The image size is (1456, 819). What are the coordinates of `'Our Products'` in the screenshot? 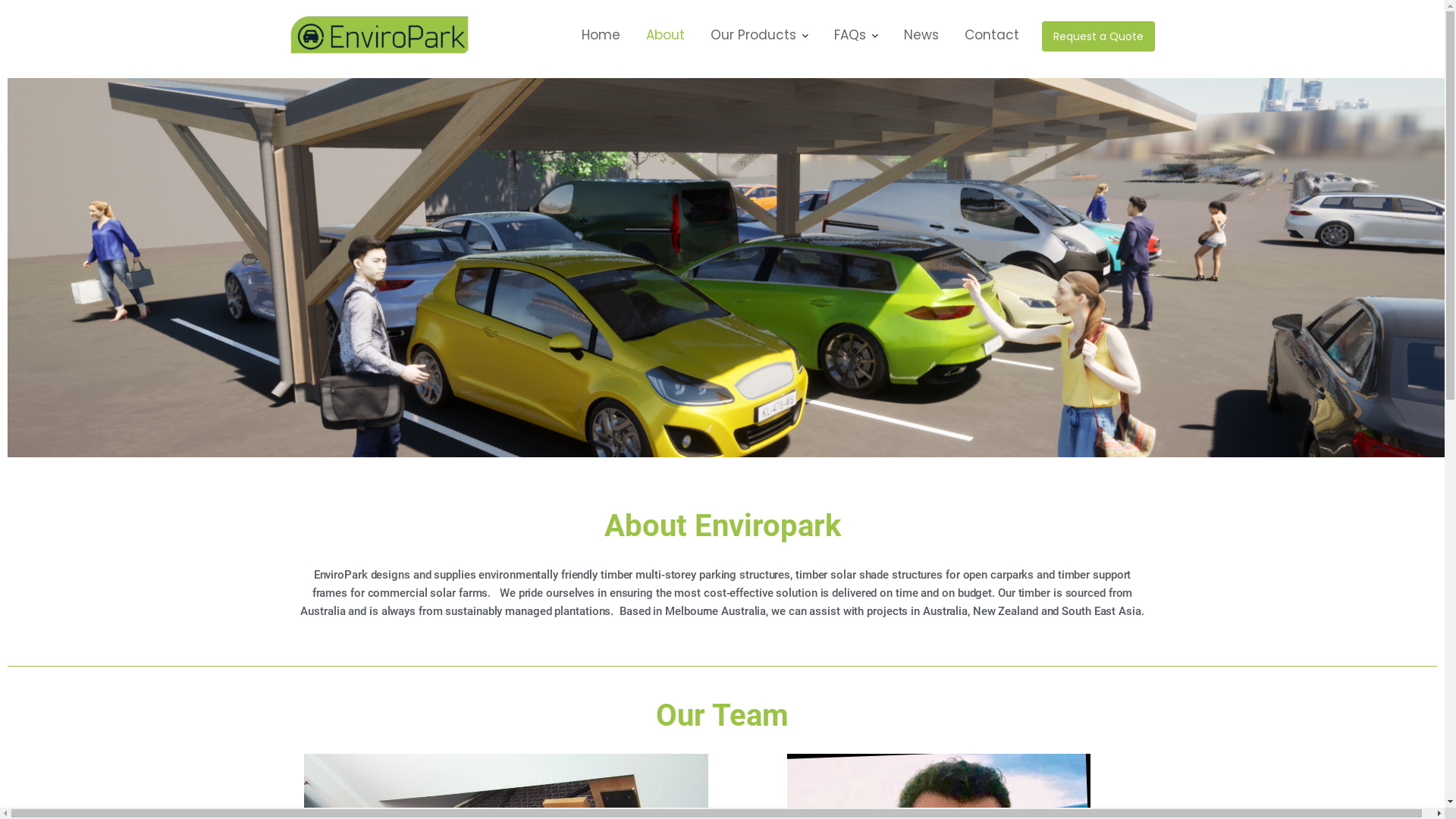 It's located at (759, 34).